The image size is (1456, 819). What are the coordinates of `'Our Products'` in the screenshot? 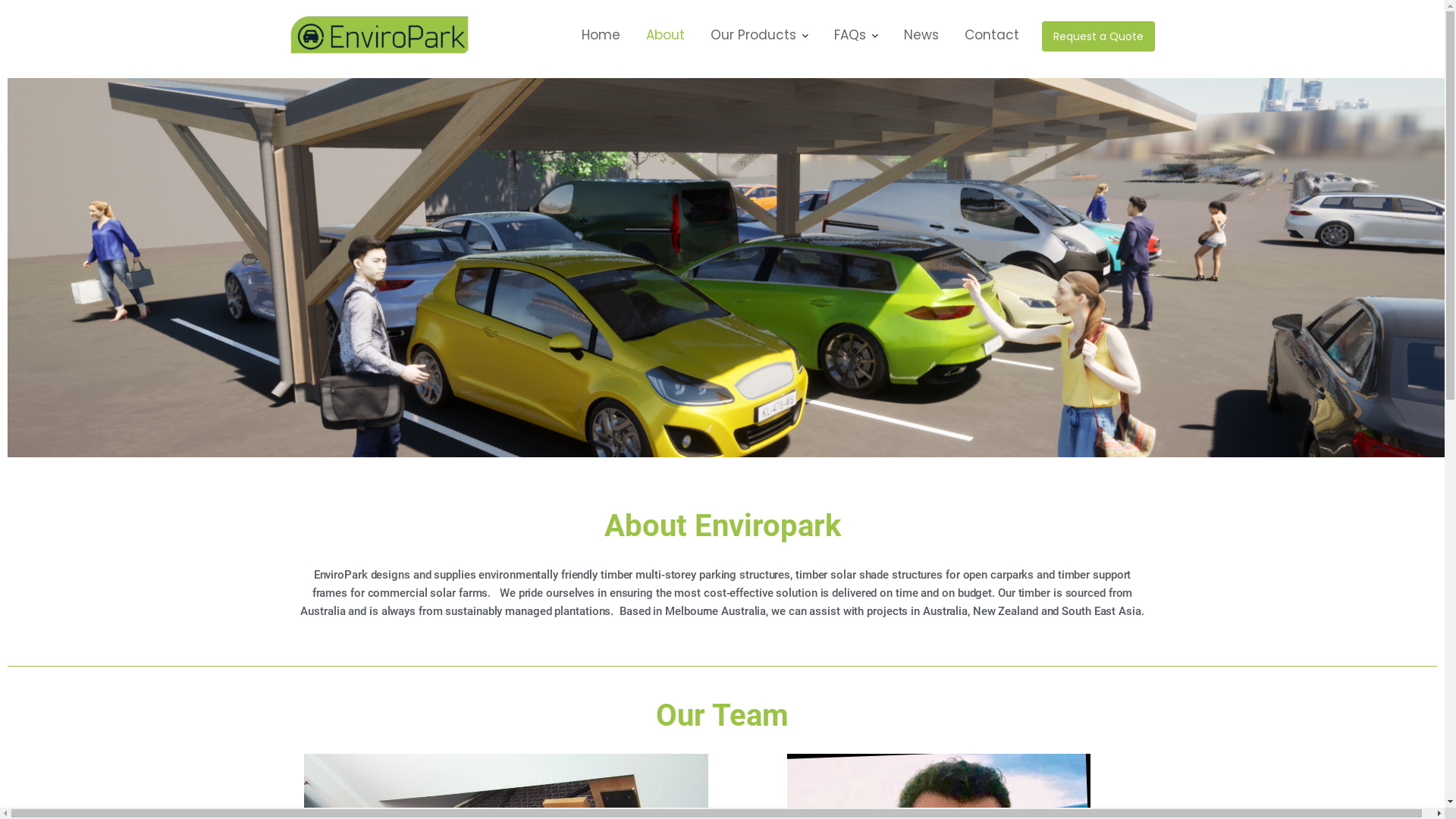 It's located at (759, 34).